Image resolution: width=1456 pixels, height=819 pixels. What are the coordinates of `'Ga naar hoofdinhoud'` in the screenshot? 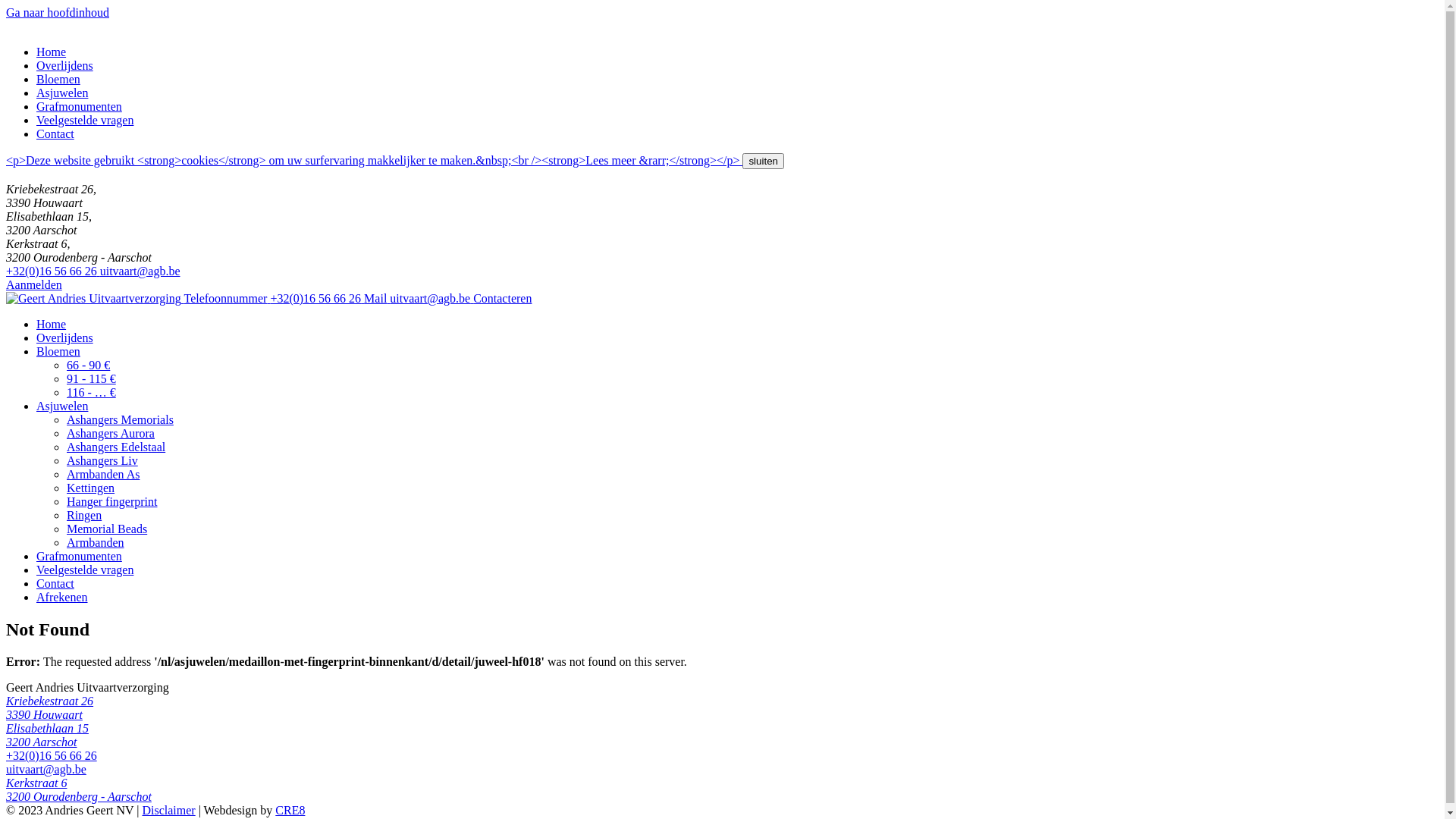 It's located at (58, 12).